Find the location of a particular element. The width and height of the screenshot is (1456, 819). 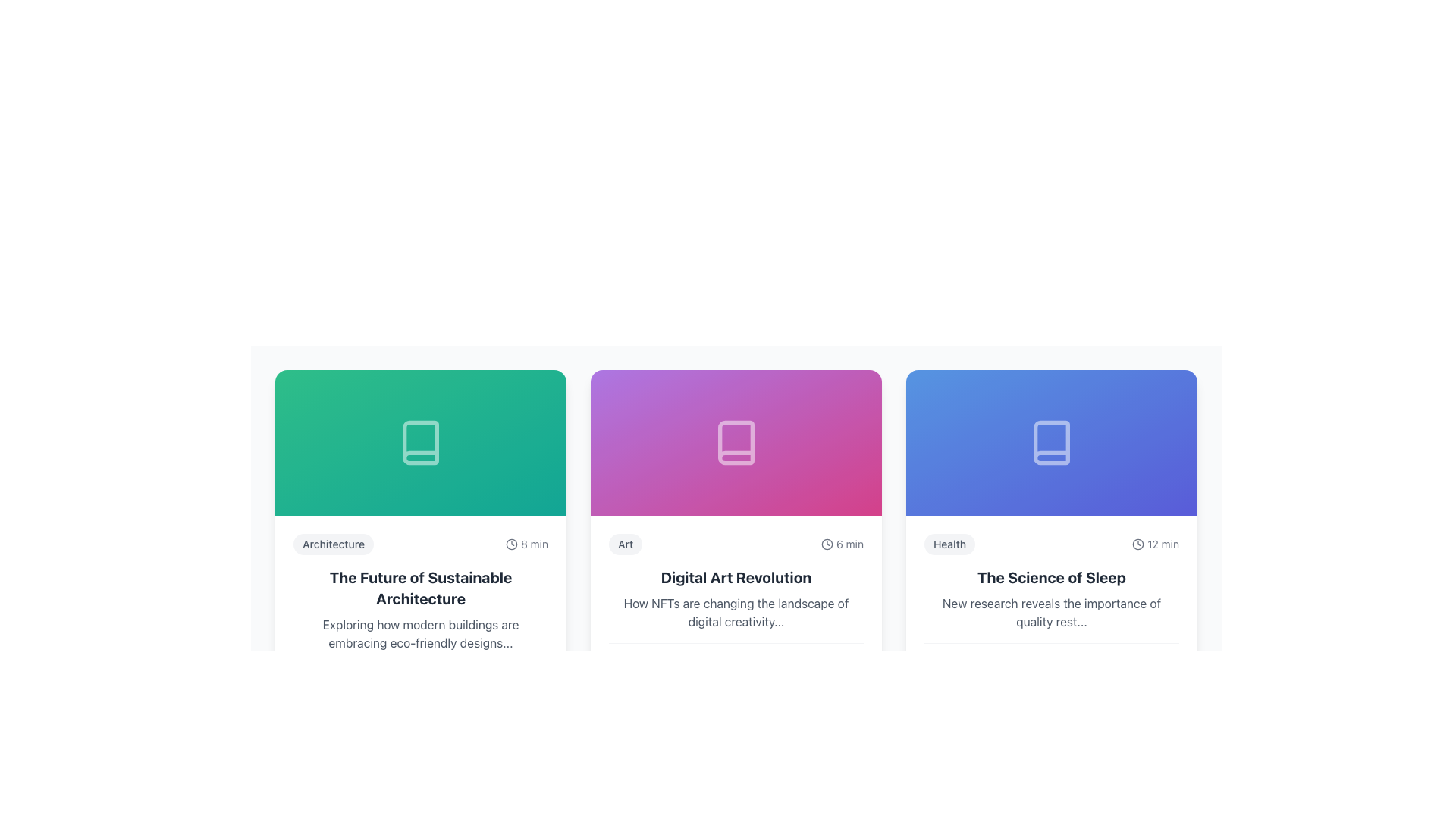

the decorative icon located in the upper half of the middle card titled 'Digital Art Revolution' within a grid layout is located at coordinates (736, 442).